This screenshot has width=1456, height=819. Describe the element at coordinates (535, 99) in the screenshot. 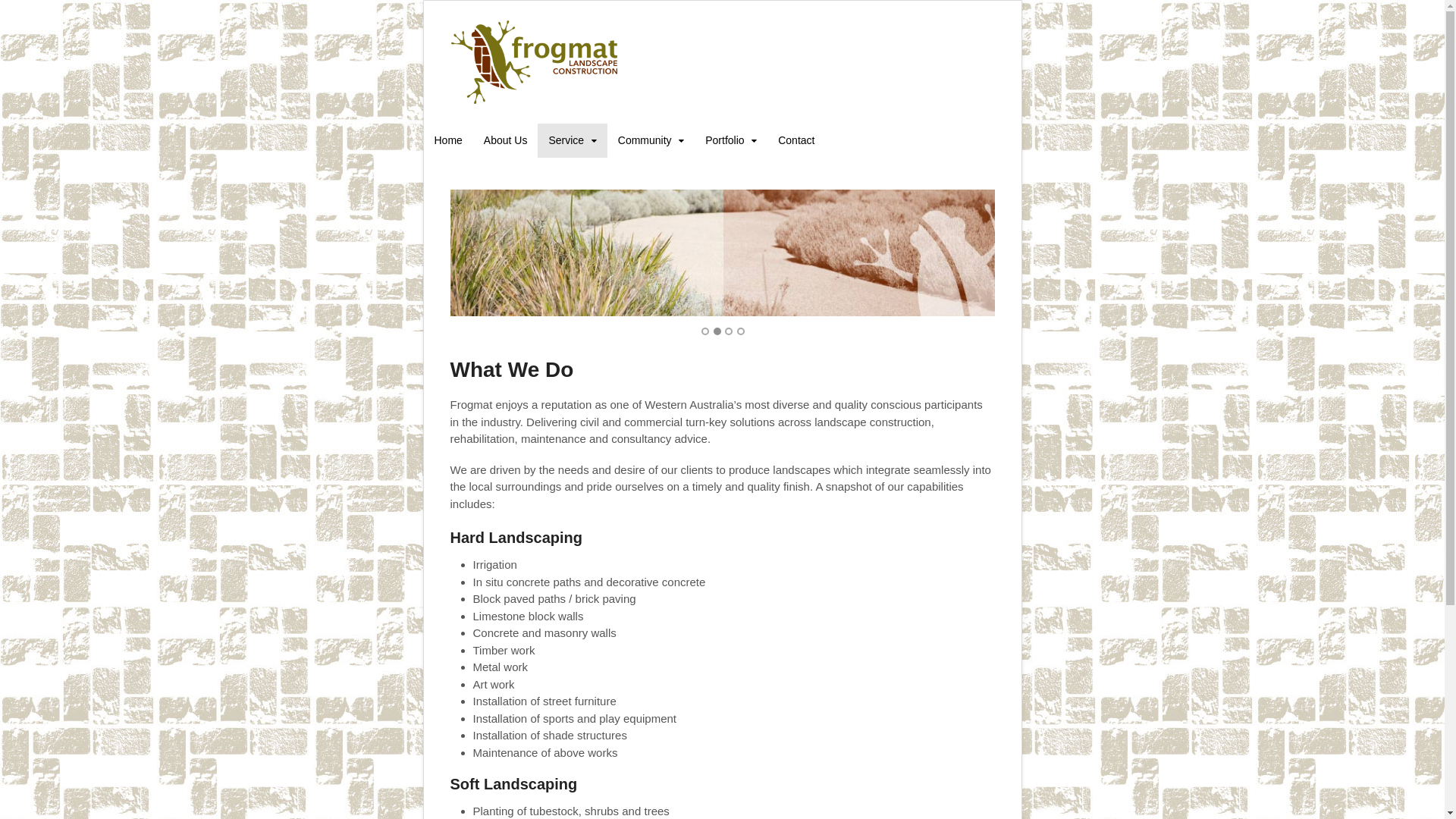

I see `'Civil and Commercial Landscape Construction and Maintenance'` at that location.